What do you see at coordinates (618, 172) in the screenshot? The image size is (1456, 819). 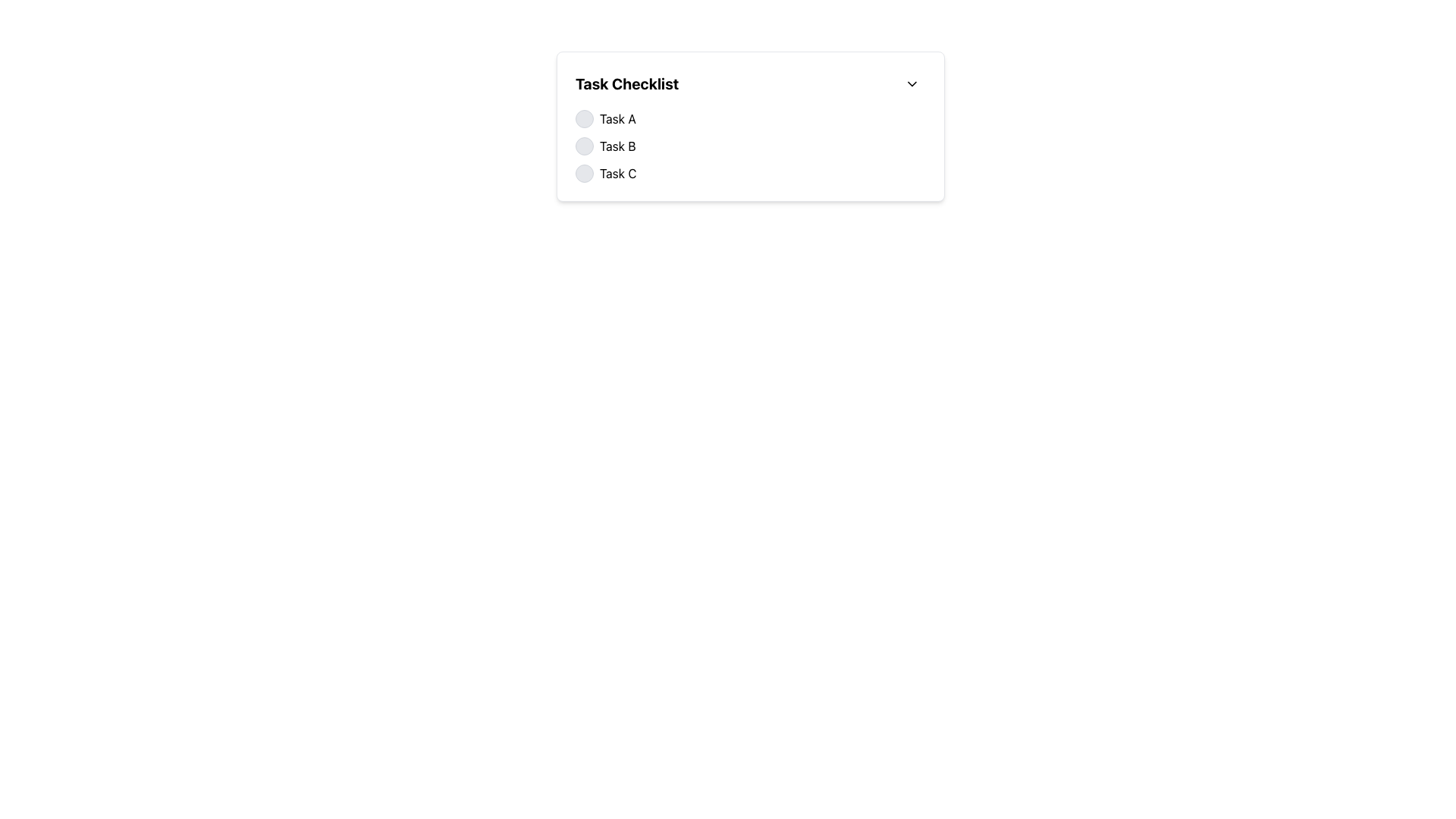 I see `the text label describing 'Task C' in the checklist interface, which is the third entry in the list and is associated with an adjacent selector for marking it as selected` at bounding box center [618, 172].